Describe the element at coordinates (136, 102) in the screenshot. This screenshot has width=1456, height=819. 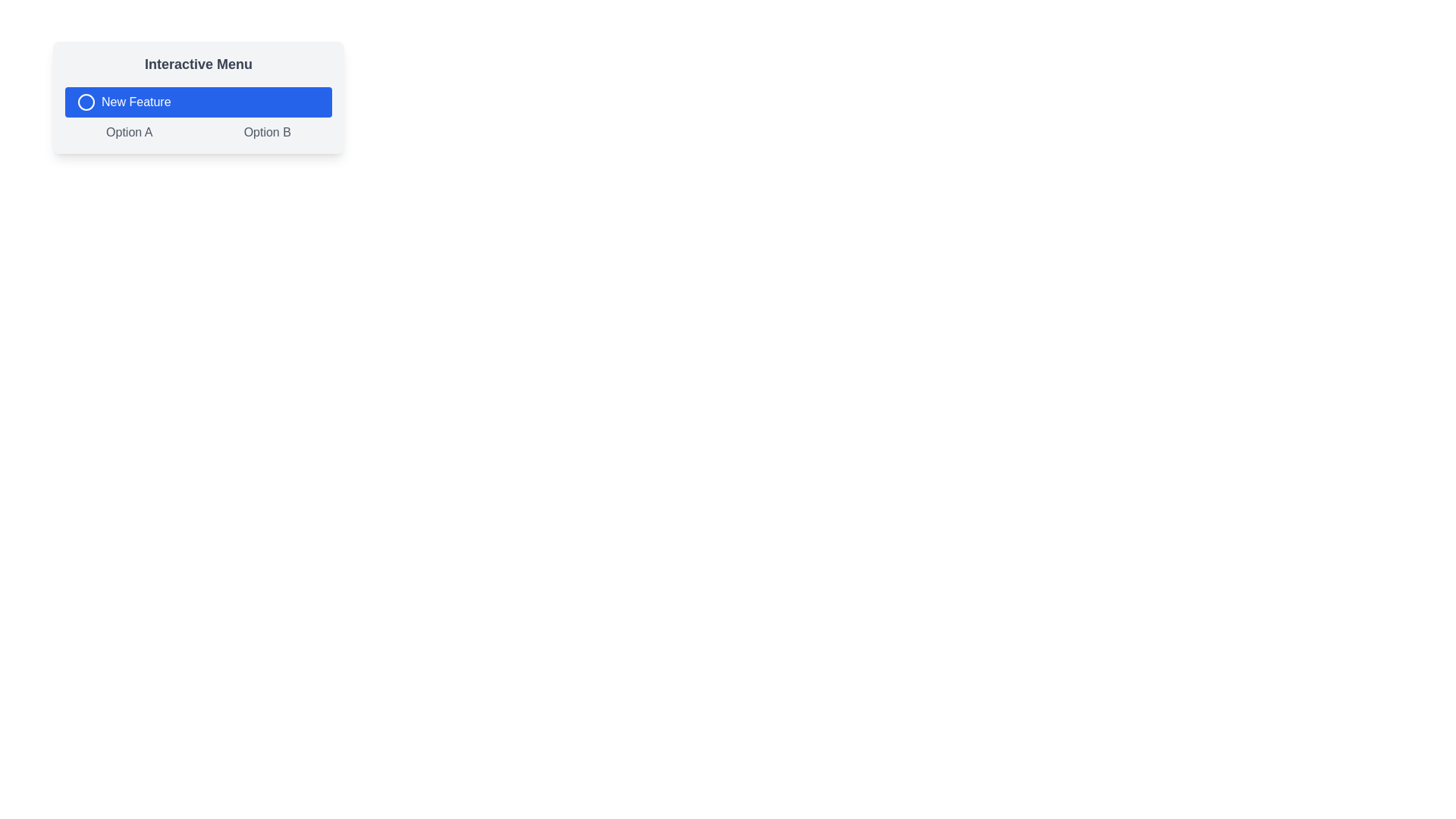
I see `the 'New Feature' text label located on the blue button in the 'Interactive Menu', positioned to the right of a circular icon` at that location.